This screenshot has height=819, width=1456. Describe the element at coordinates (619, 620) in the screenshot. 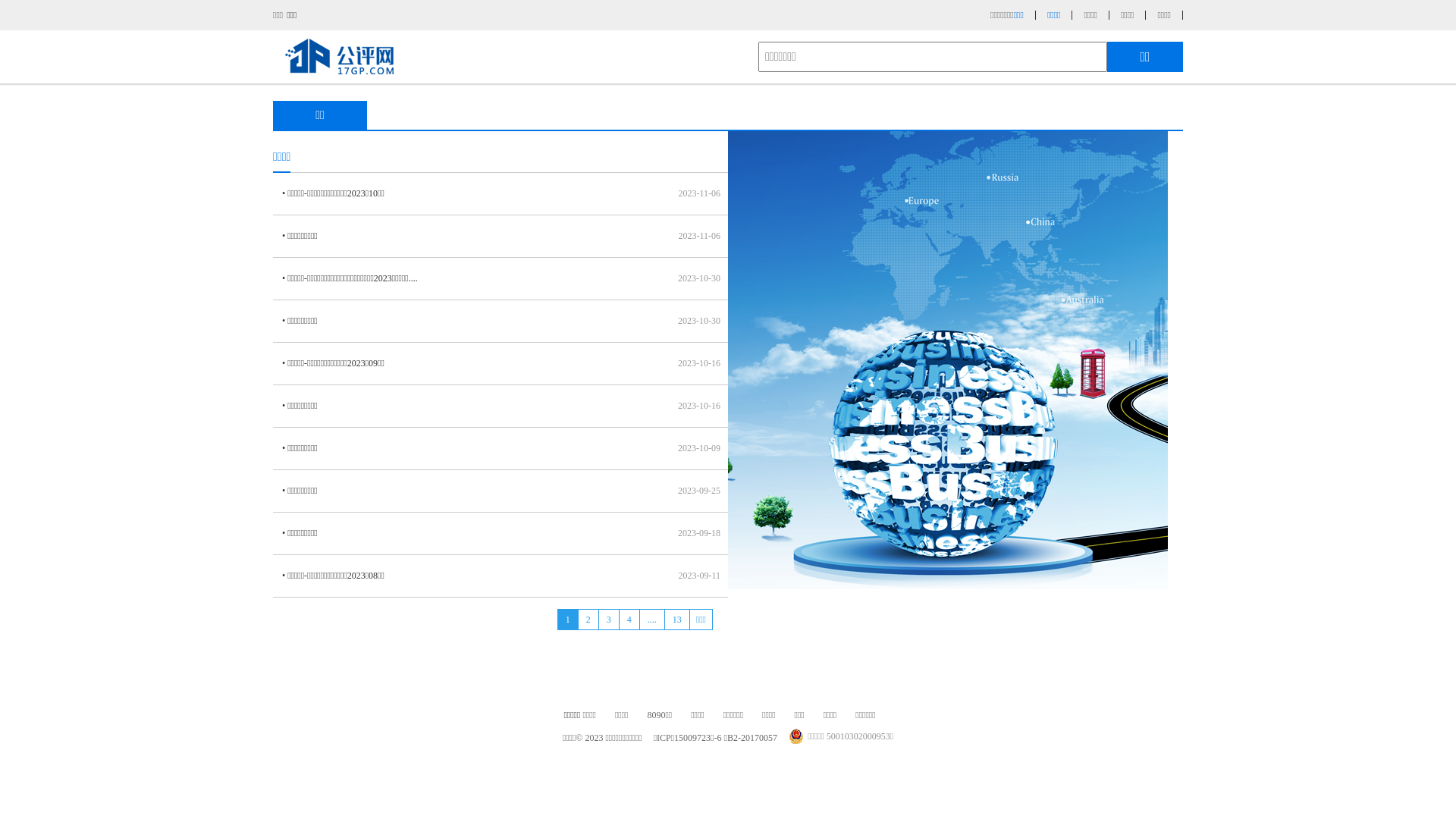

I see `'4'` at that location.